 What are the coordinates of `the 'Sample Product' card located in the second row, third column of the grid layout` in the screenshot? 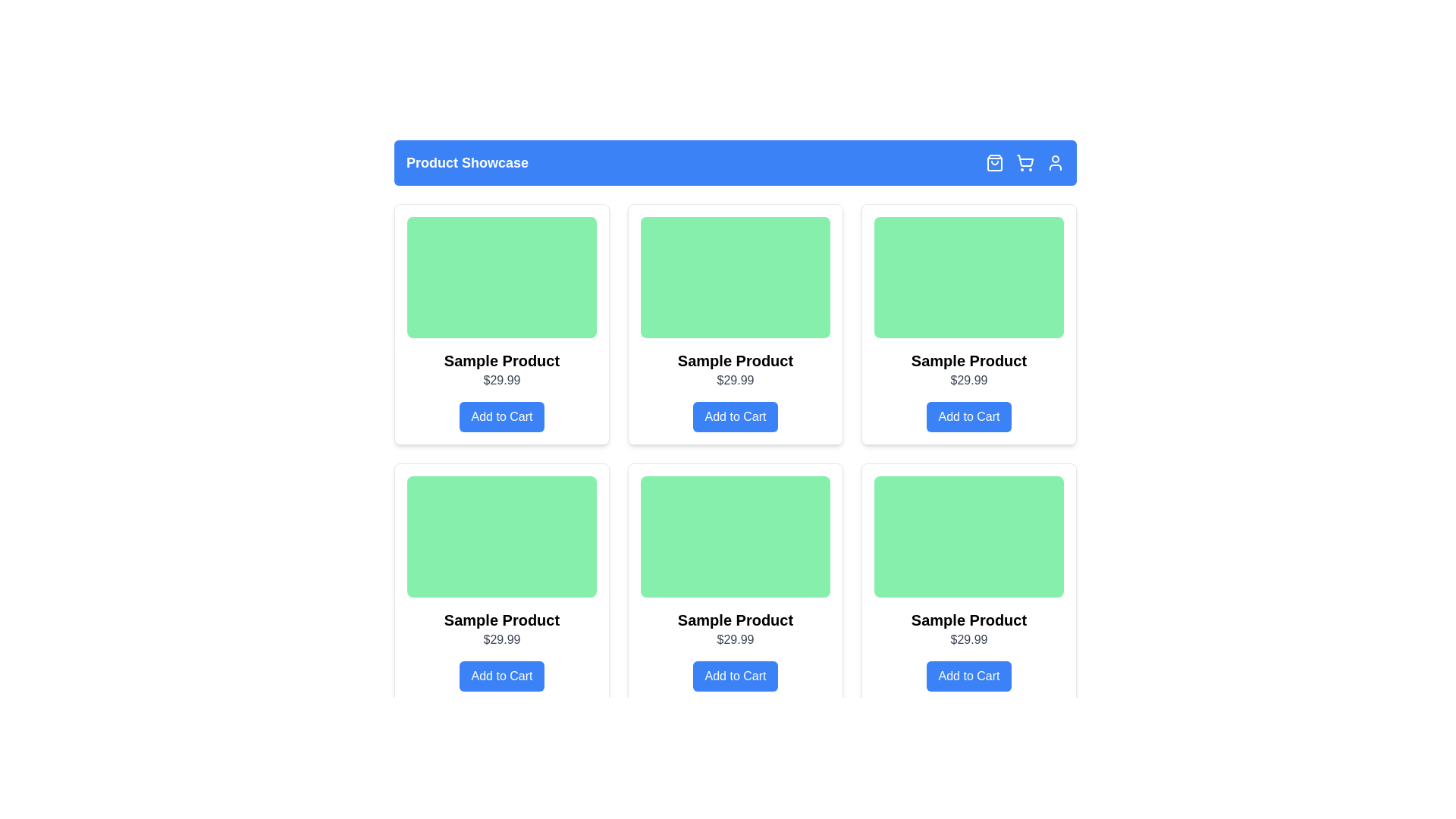 It's located at (735, 583).